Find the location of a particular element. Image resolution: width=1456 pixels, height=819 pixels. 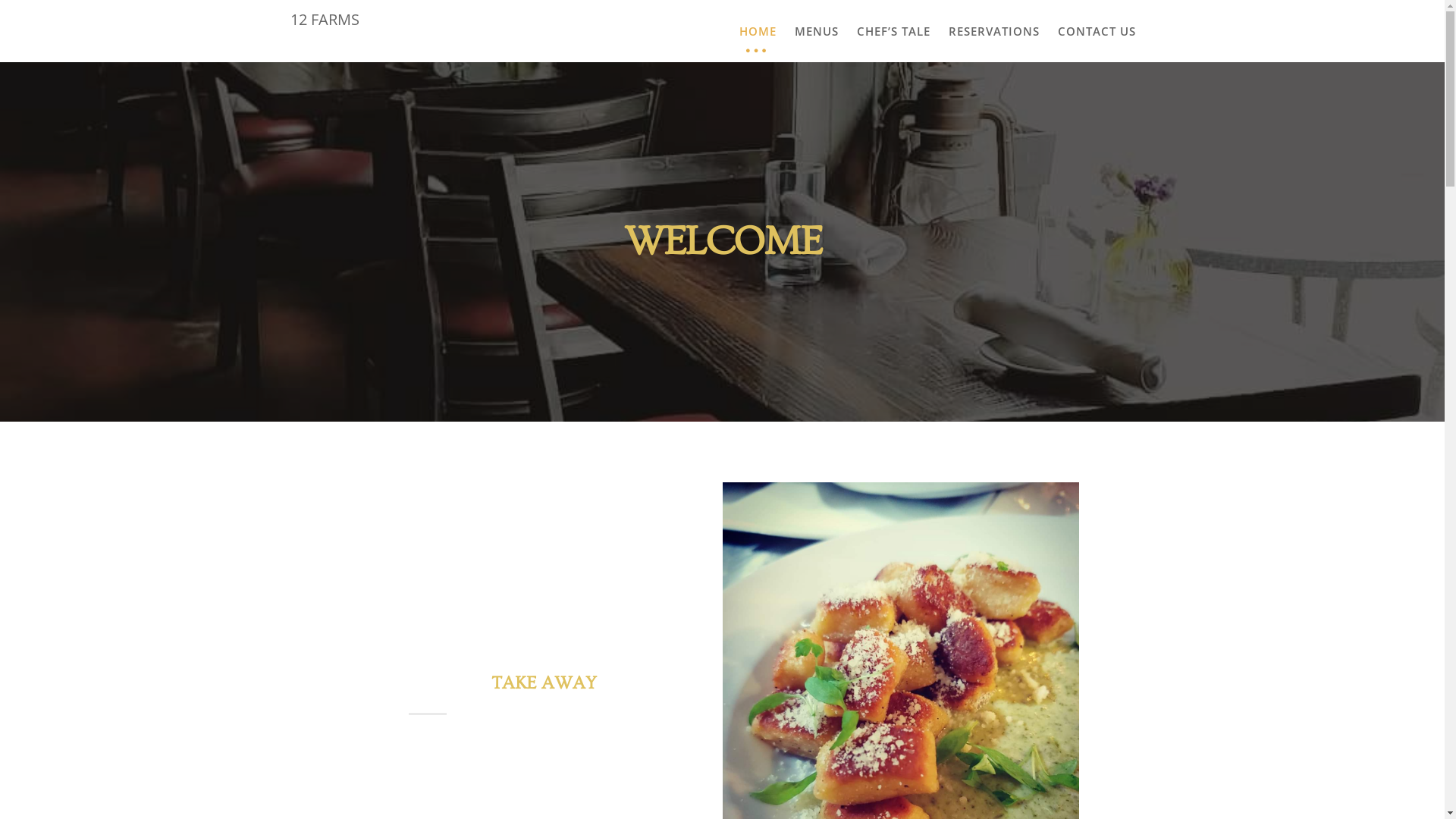

'MENUS' is located at coordinates (815, 31).